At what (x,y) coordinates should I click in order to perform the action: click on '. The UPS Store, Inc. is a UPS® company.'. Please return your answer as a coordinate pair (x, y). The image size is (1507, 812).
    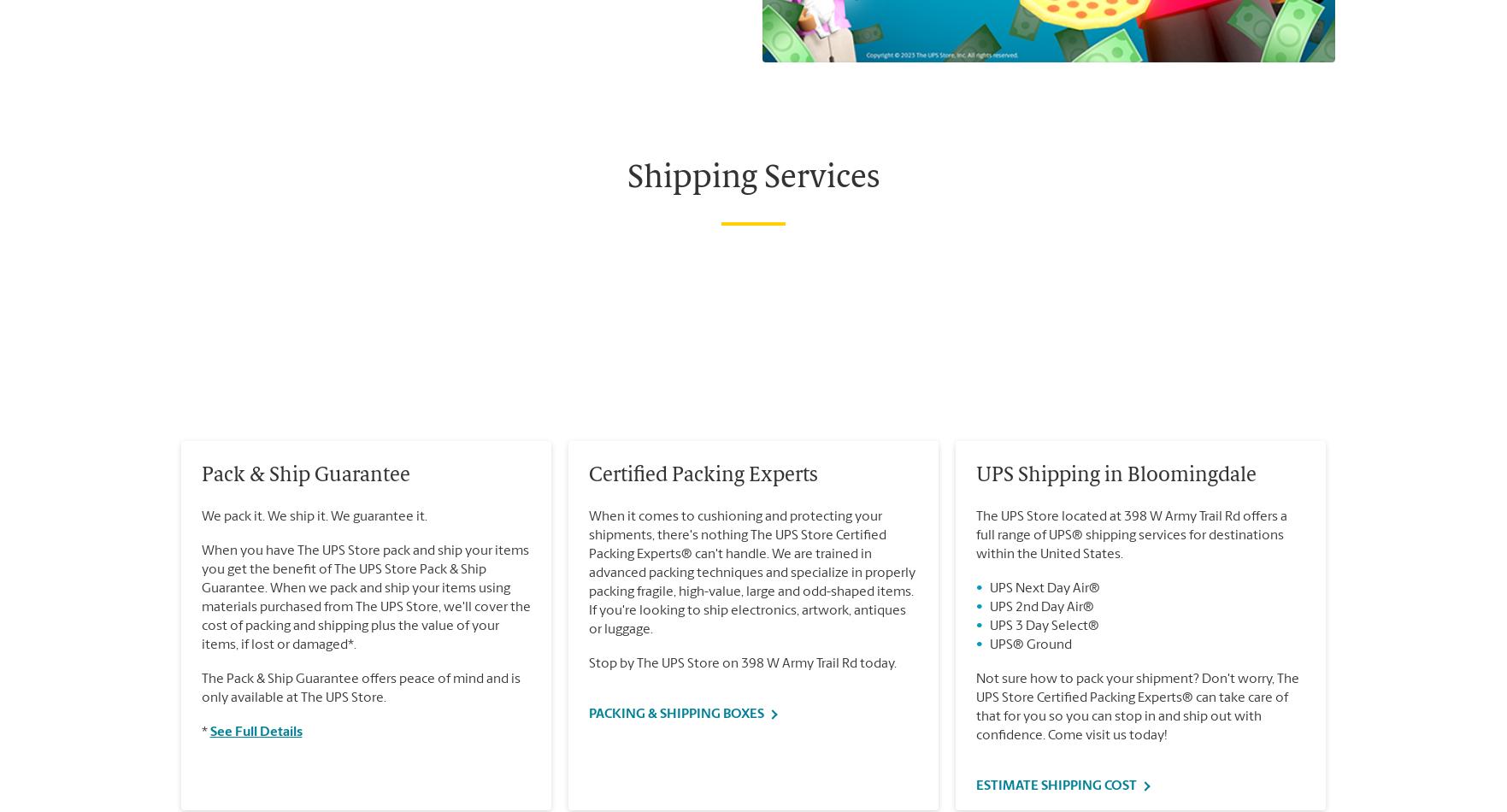
    Looking at the image, I should click on (368, 78).